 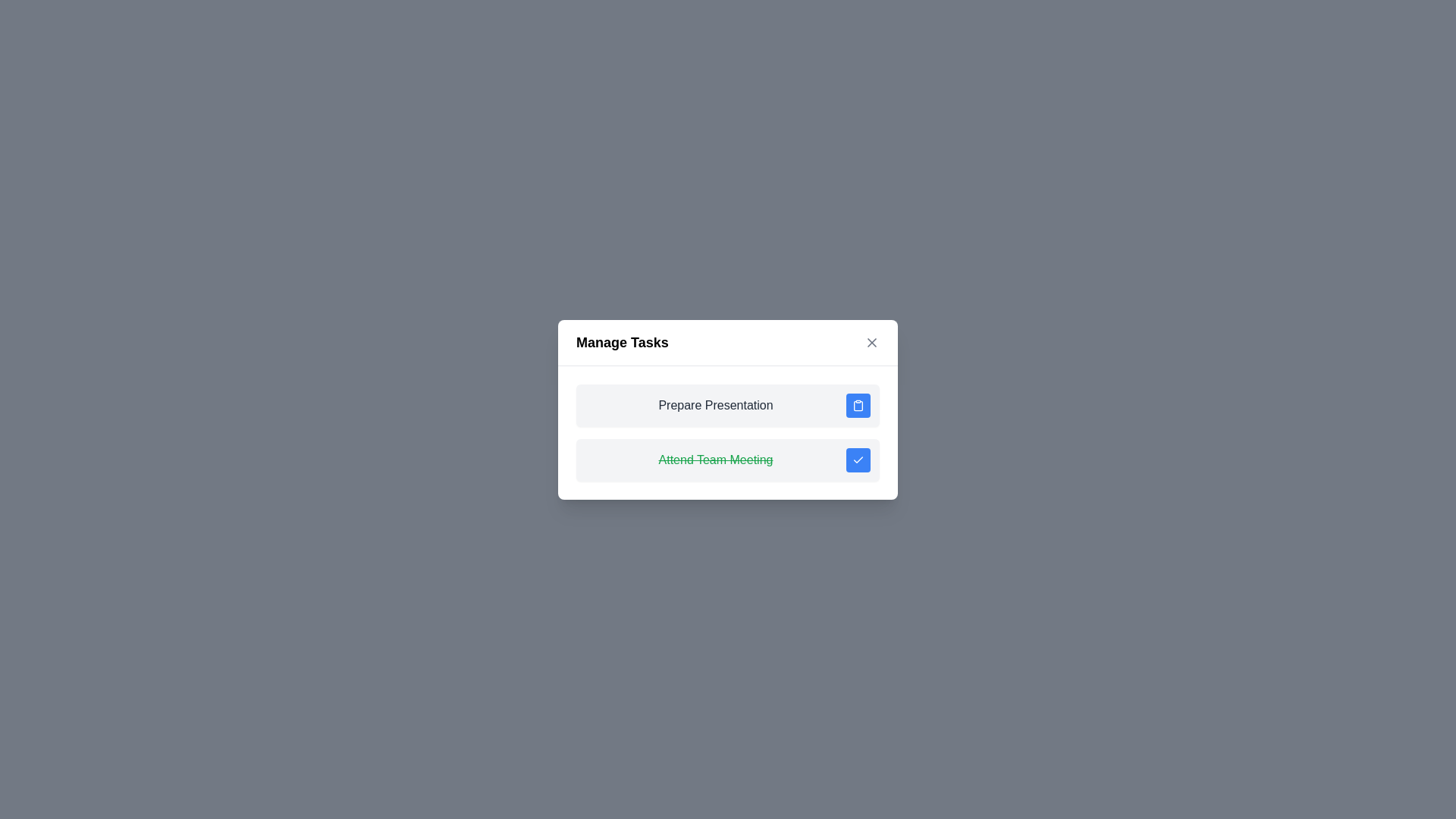 I want to click on the close button to close the dialog, so click(x=872, y=342).